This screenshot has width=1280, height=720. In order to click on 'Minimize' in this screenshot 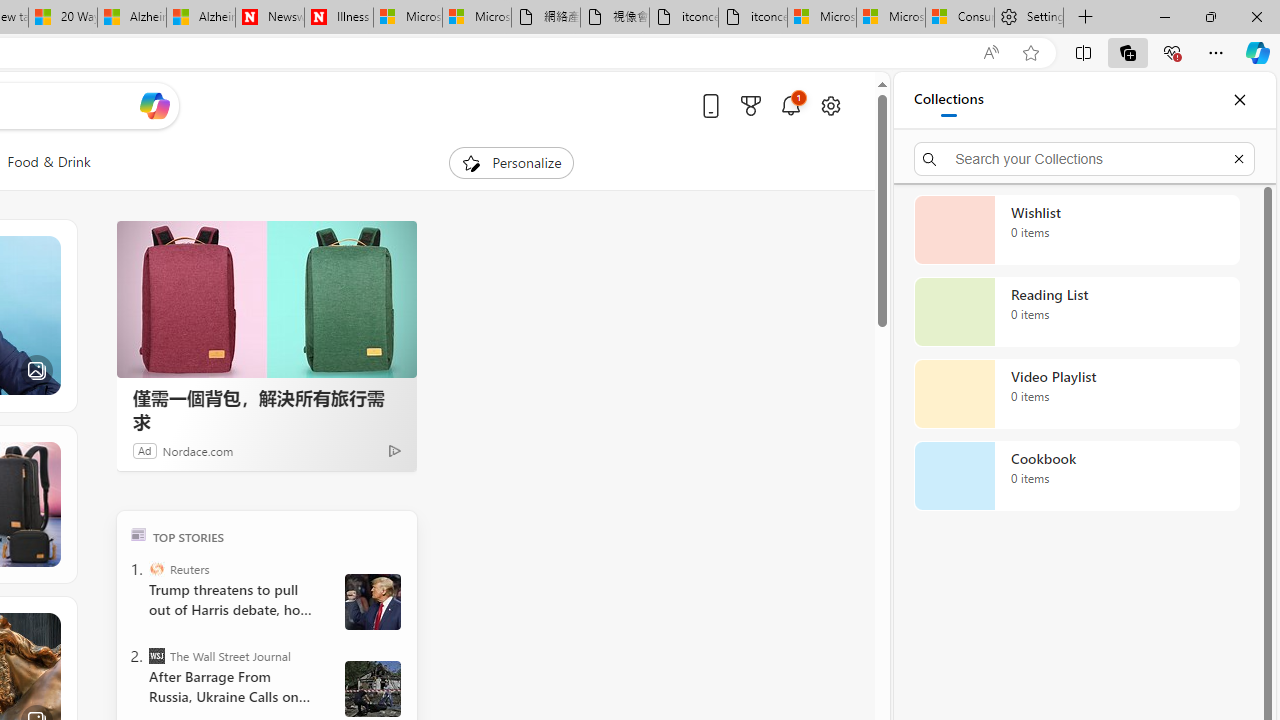, I will do `click(1164, 16)`.